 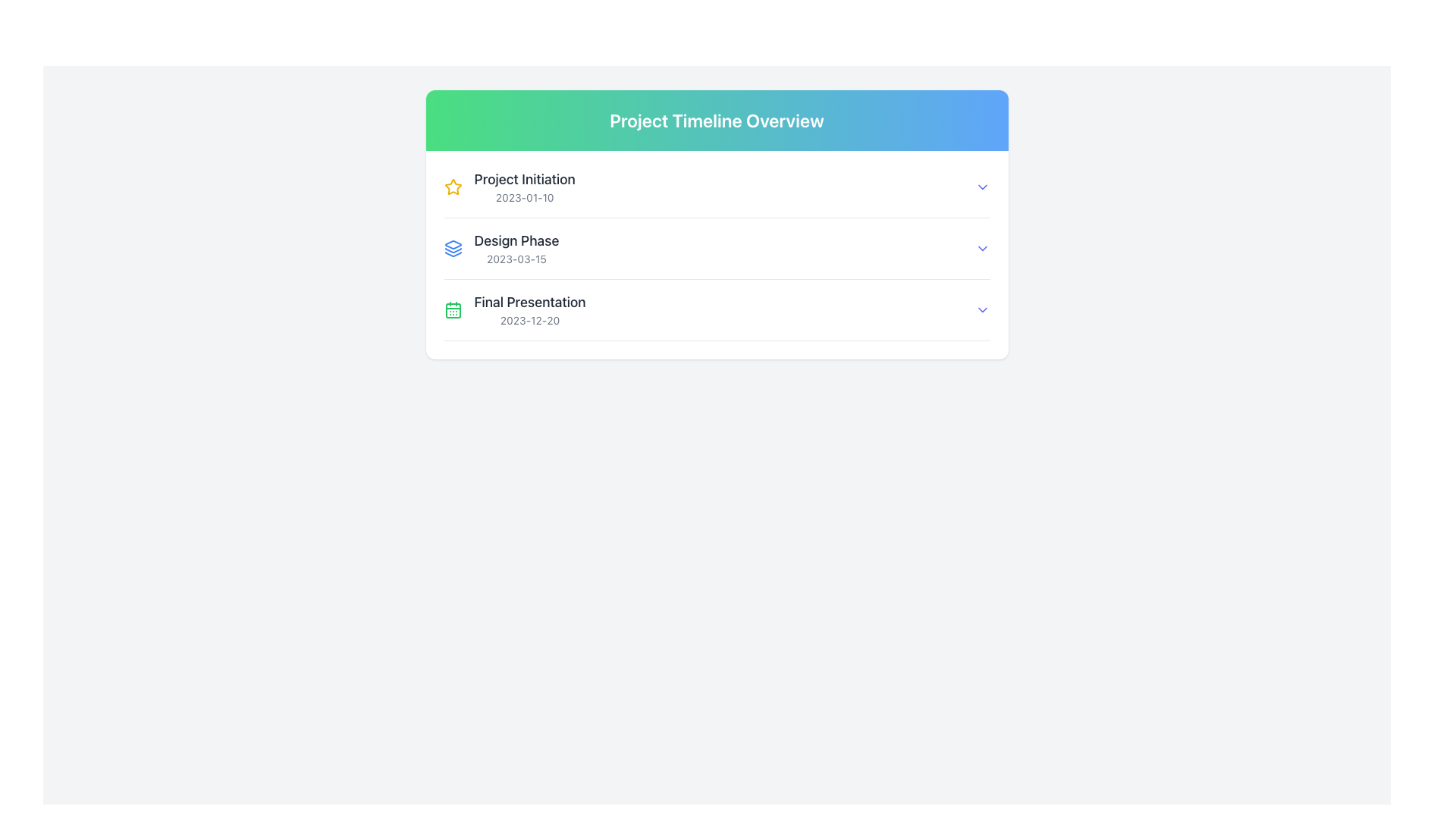 I want to click on the Text Label that displays the date for the 'Final Presentation' entry in the 'Project Timeline Overview', positioned under the text 'Final Presentation' and next to a calendar icon, so click(x=530, y=320).